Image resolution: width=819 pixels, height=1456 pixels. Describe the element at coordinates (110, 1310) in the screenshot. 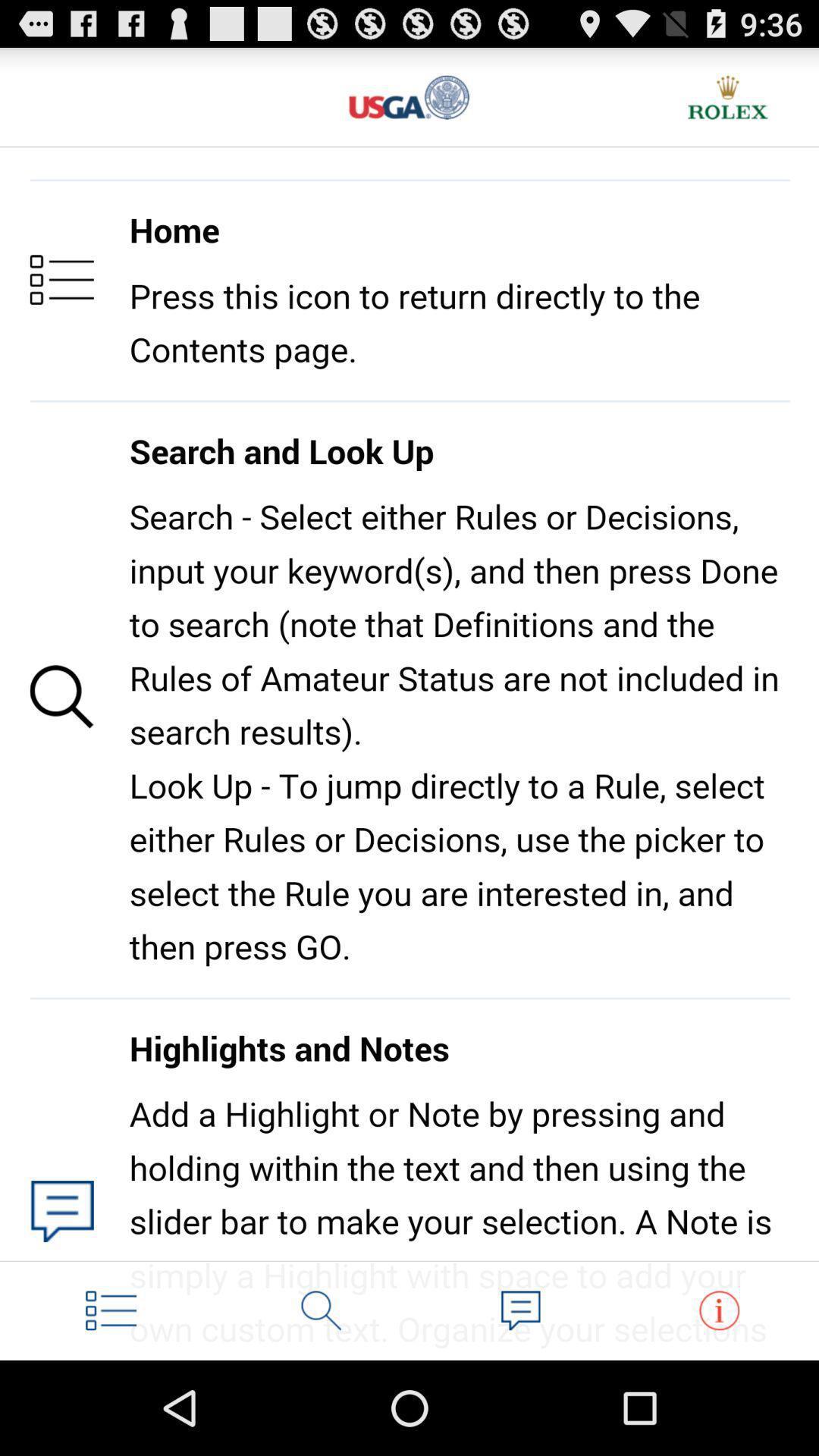

I see `contents page` at that location.